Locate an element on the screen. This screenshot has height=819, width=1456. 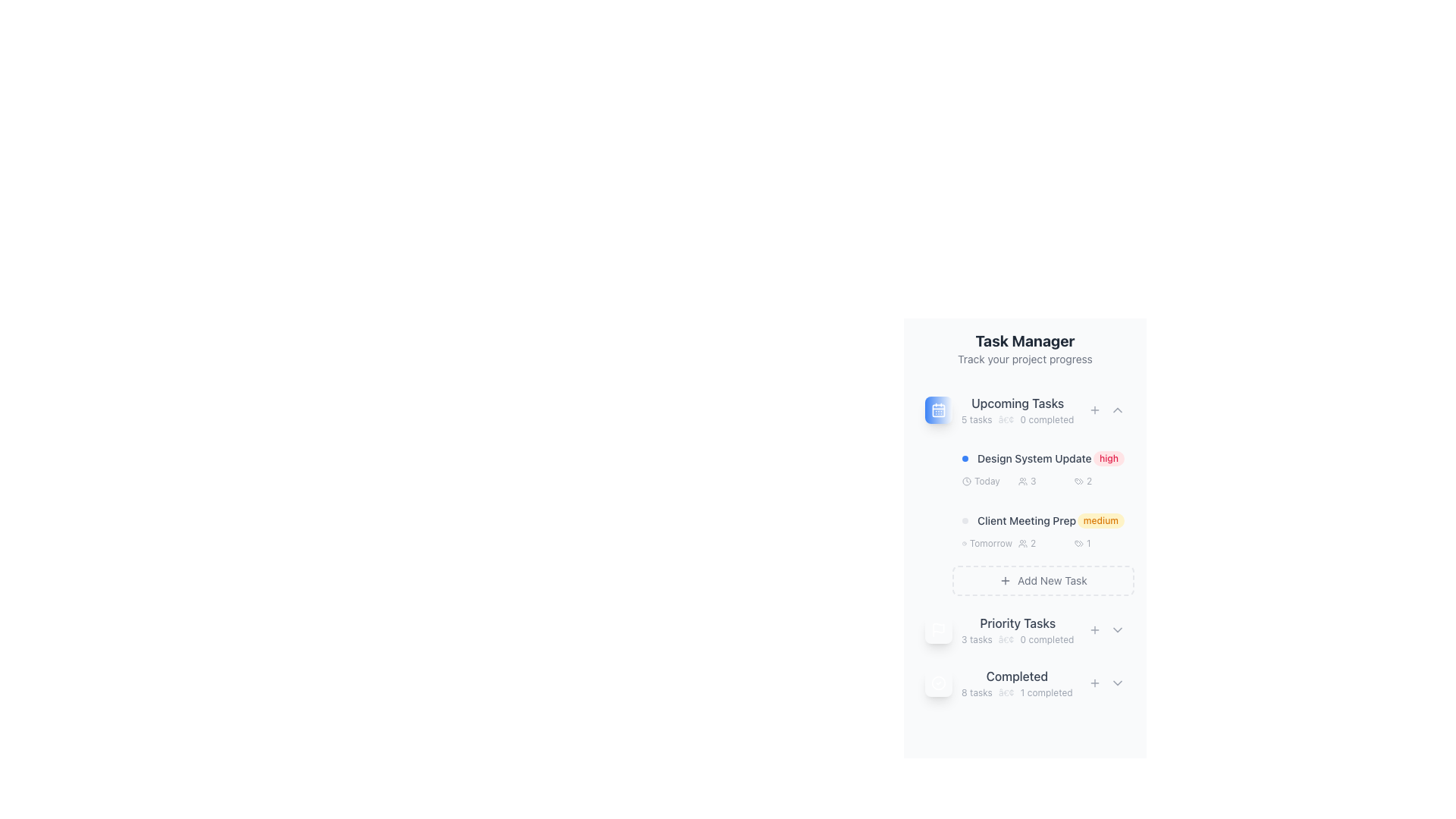
the downward-pointing chevron icon is located at coordinates (1117, 683).